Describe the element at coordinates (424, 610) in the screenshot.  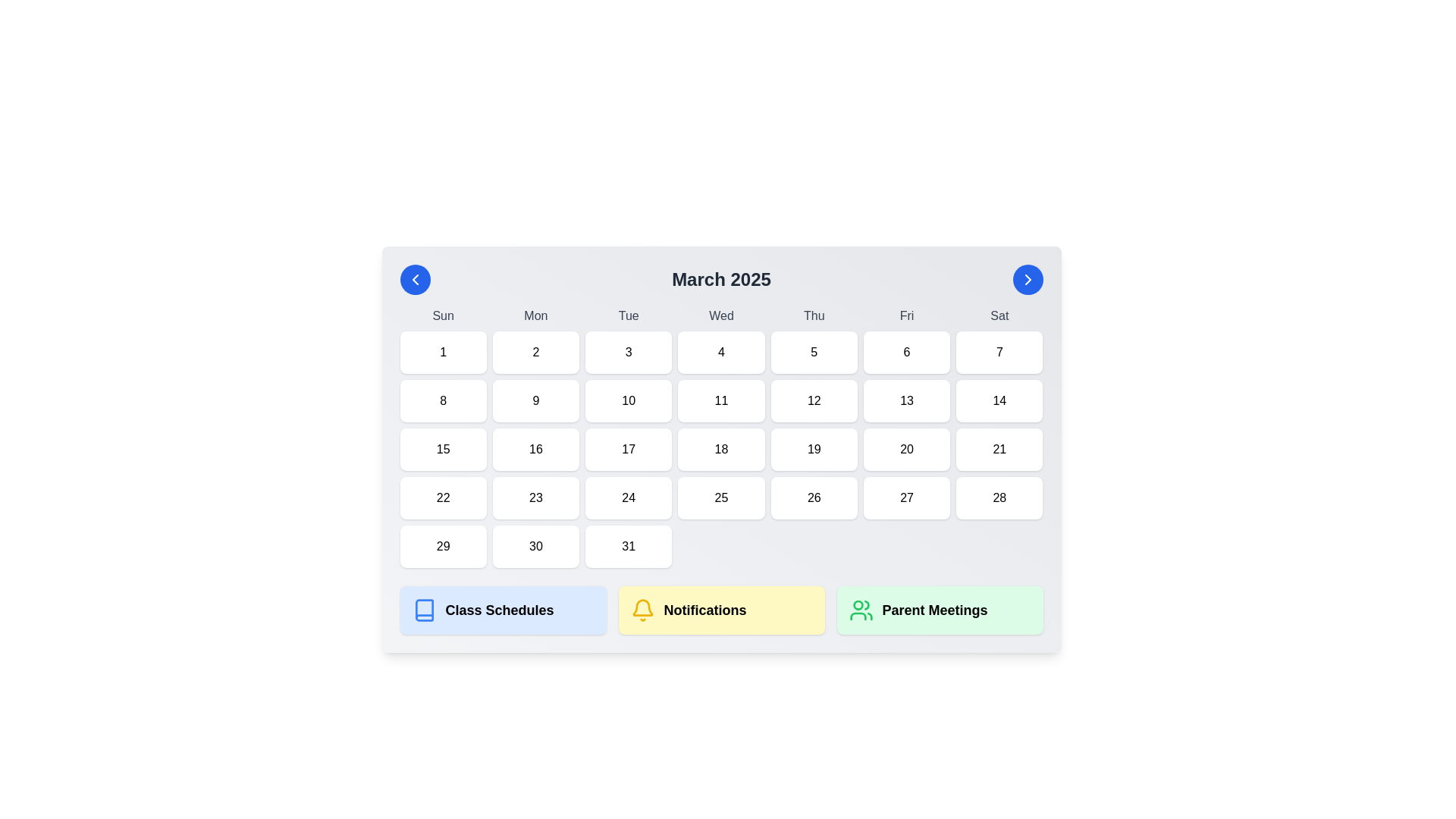
I see `open book icon, which is blue and located in the blue box labeled 'Class Schedules' at the bottom left of the interface` at that location.